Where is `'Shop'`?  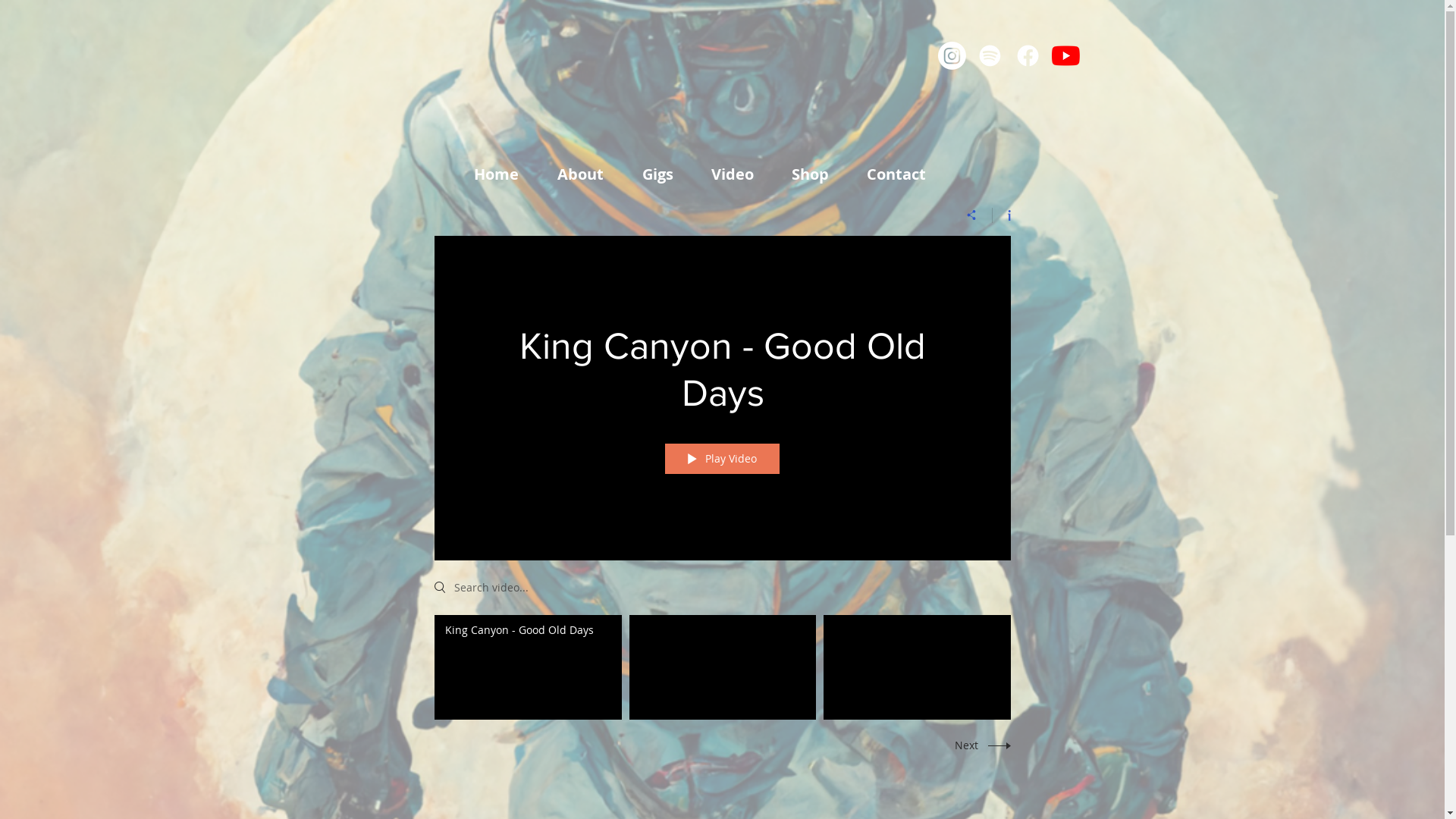 'Shop' is located at coordinates (816, 174).